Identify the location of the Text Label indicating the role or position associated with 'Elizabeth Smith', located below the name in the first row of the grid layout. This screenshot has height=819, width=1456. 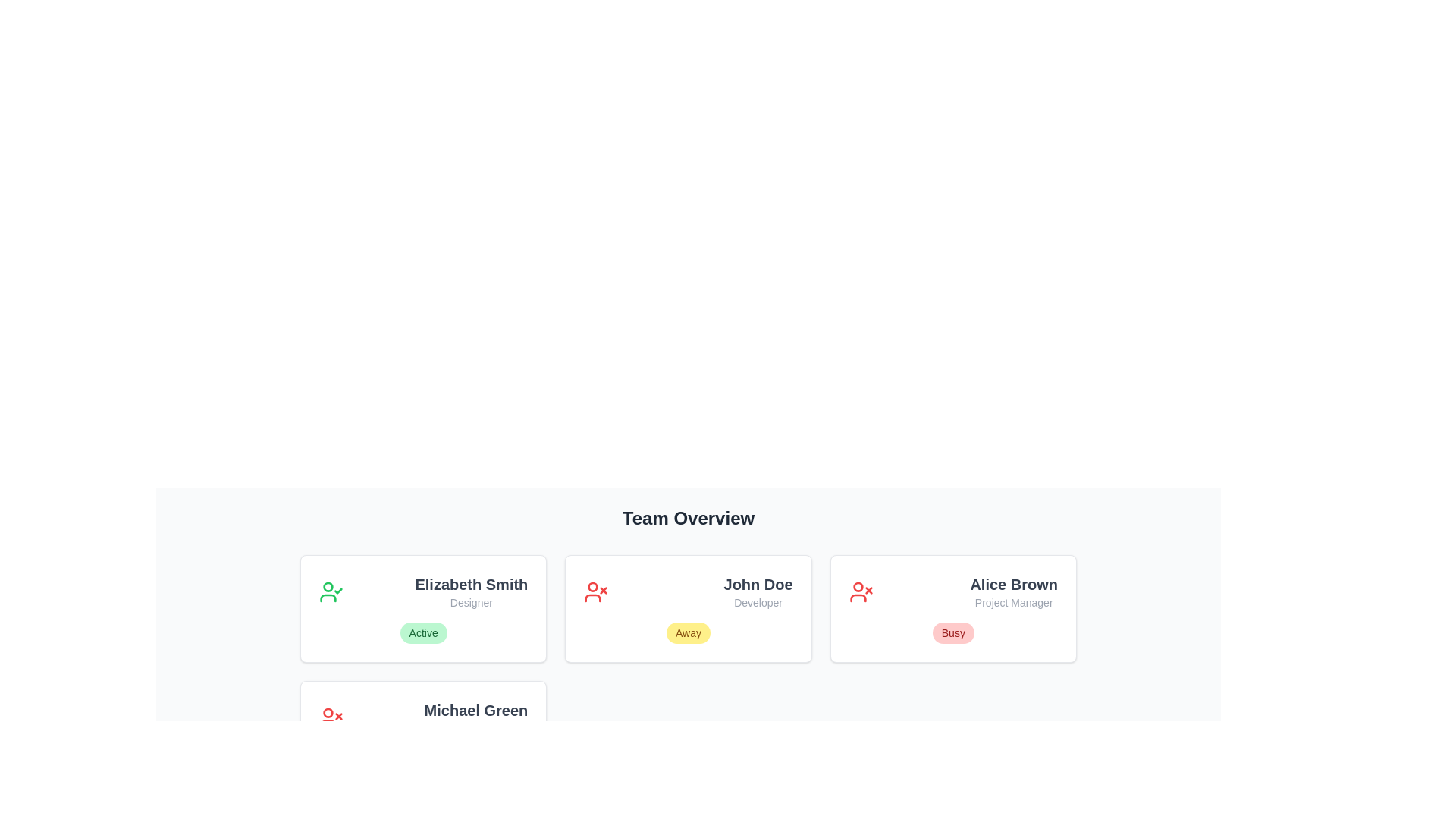
(470, 601).